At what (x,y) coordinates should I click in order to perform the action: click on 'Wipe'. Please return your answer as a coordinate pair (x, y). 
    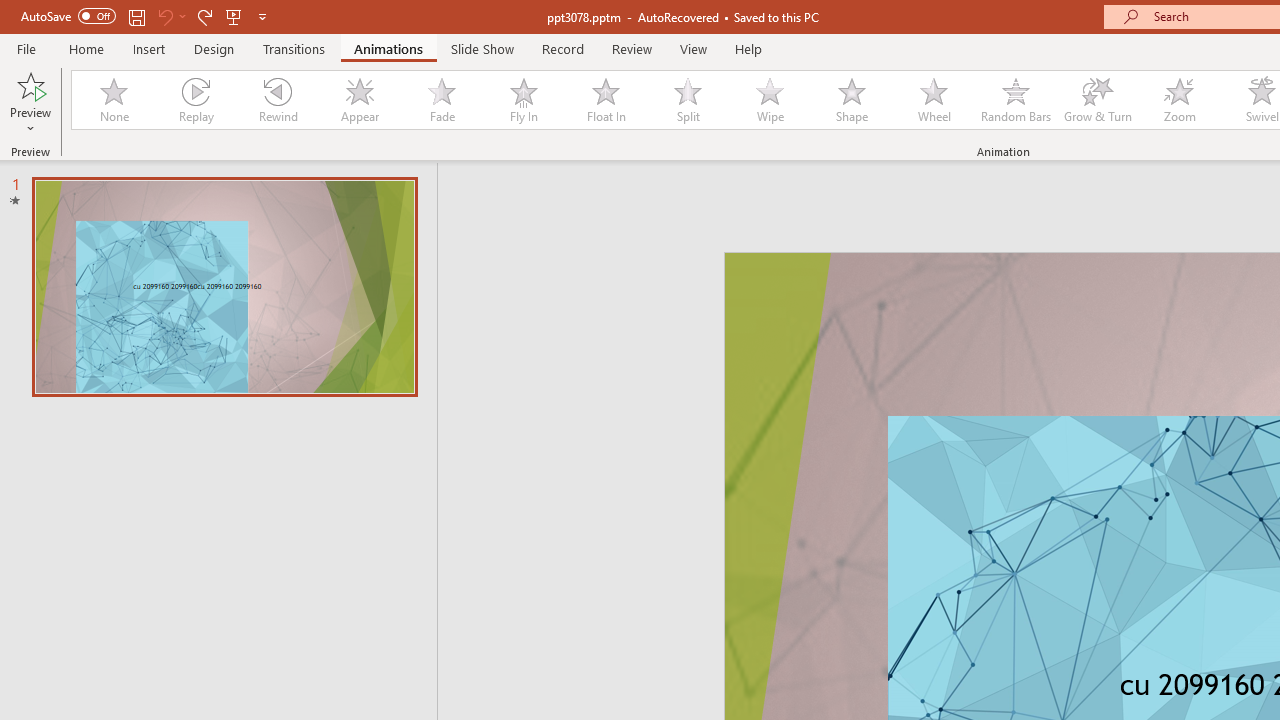
    Looking at the image, I should click on (769, 100).